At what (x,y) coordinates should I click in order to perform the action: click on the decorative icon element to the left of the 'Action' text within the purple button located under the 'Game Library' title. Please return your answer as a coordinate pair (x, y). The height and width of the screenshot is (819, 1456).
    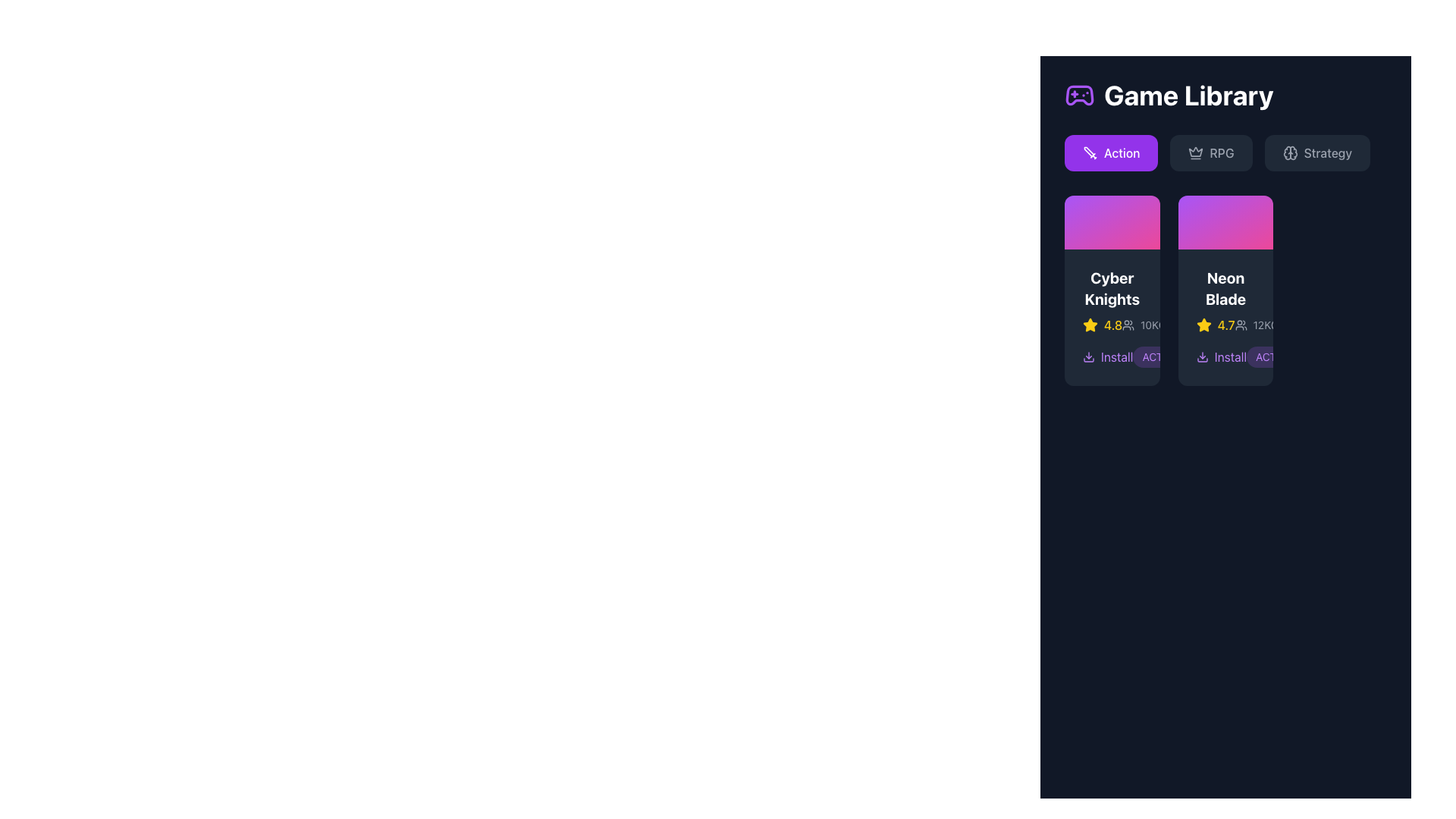
    Looking at the image, I should click on (1090, 152).